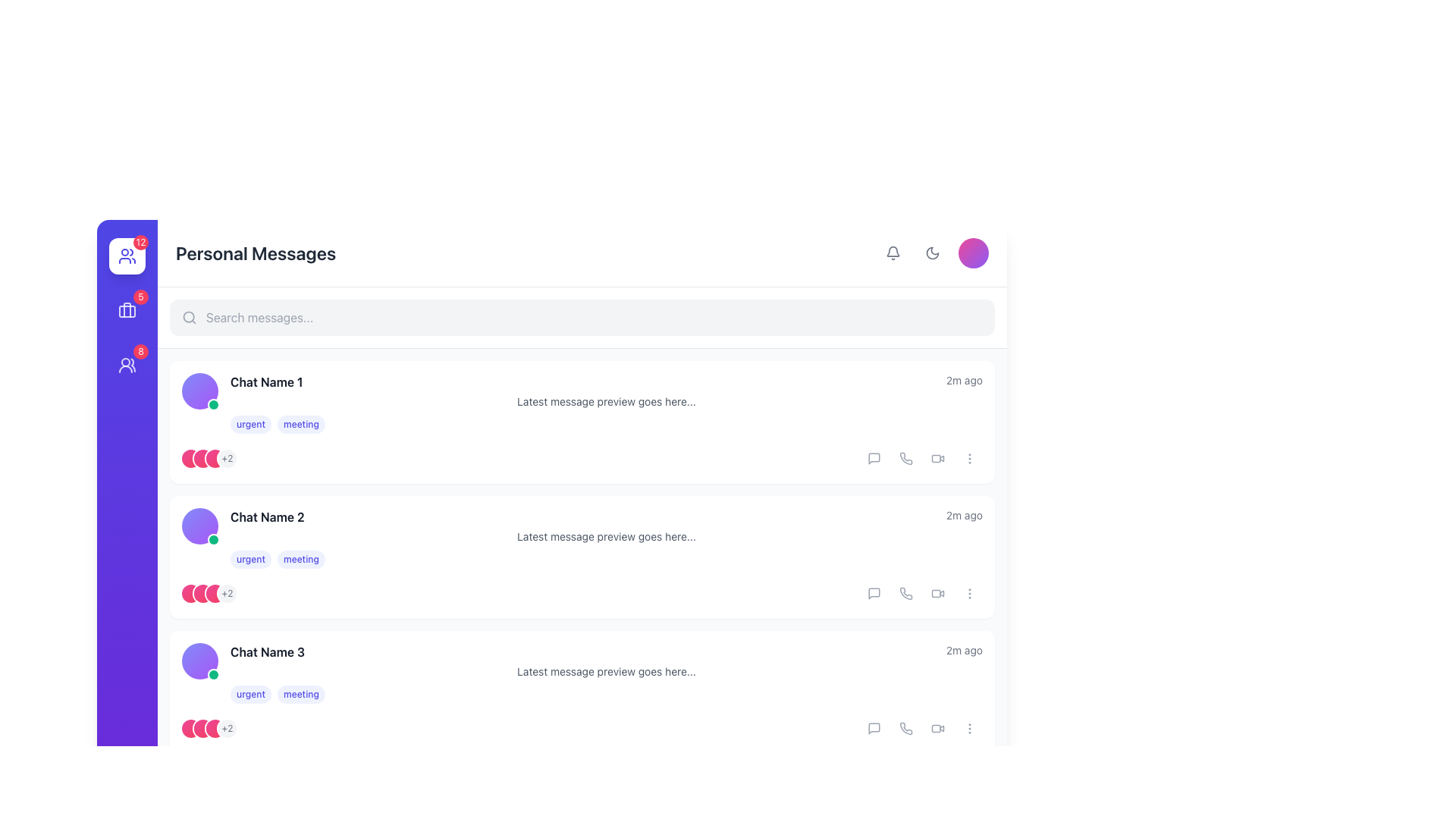 The width and height of the screenshot is (1456, 819). I want to click on the second circular element with a gradient color transitioning from pink to rose, which is part of a group of three circles to the left of a '+2' text badge in the 'Chat Name 3' section, so click(202, 727).